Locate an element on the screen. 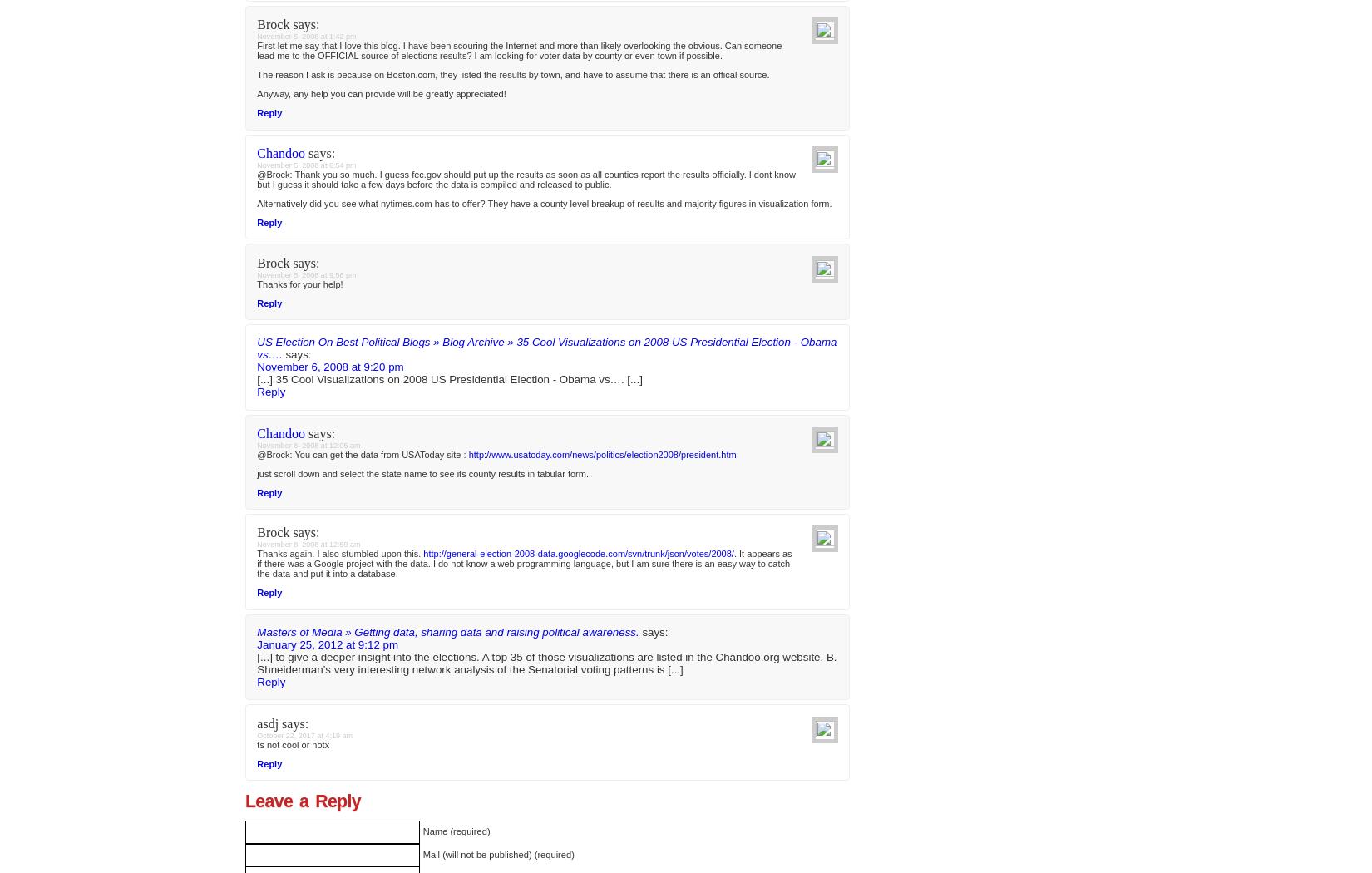 Image resolution: width=1372 pixels, height=873 pixels. 'November 5, 2008 at 9:56 pm' is located at coordinates (306, 843).